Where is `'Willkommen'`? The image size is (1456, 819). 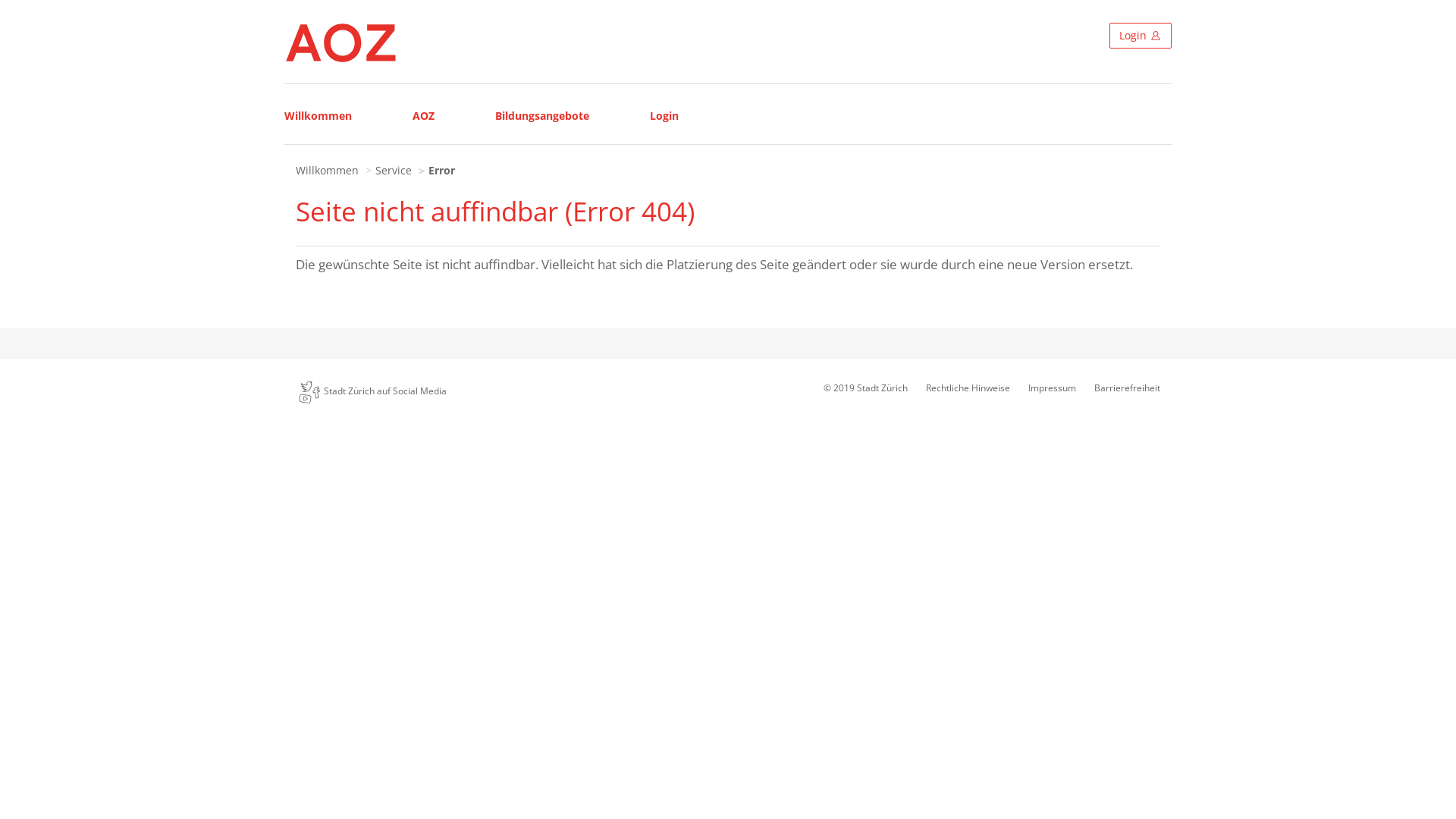 'Willkommen' is located at coordinates (326, 170).